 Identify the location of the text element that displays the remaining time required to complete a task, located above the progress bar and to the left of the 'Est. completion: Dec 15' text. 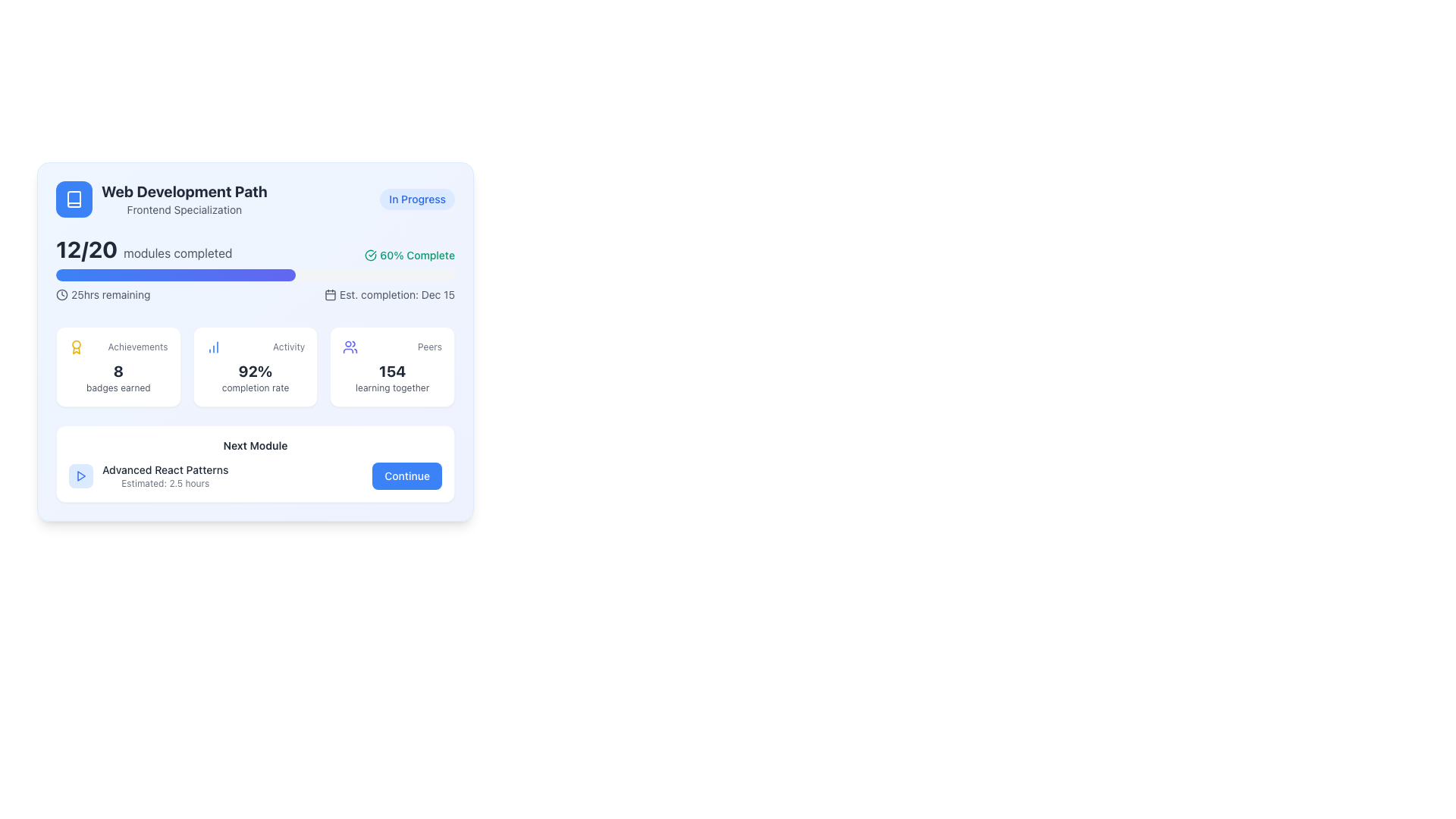
(102, 295).